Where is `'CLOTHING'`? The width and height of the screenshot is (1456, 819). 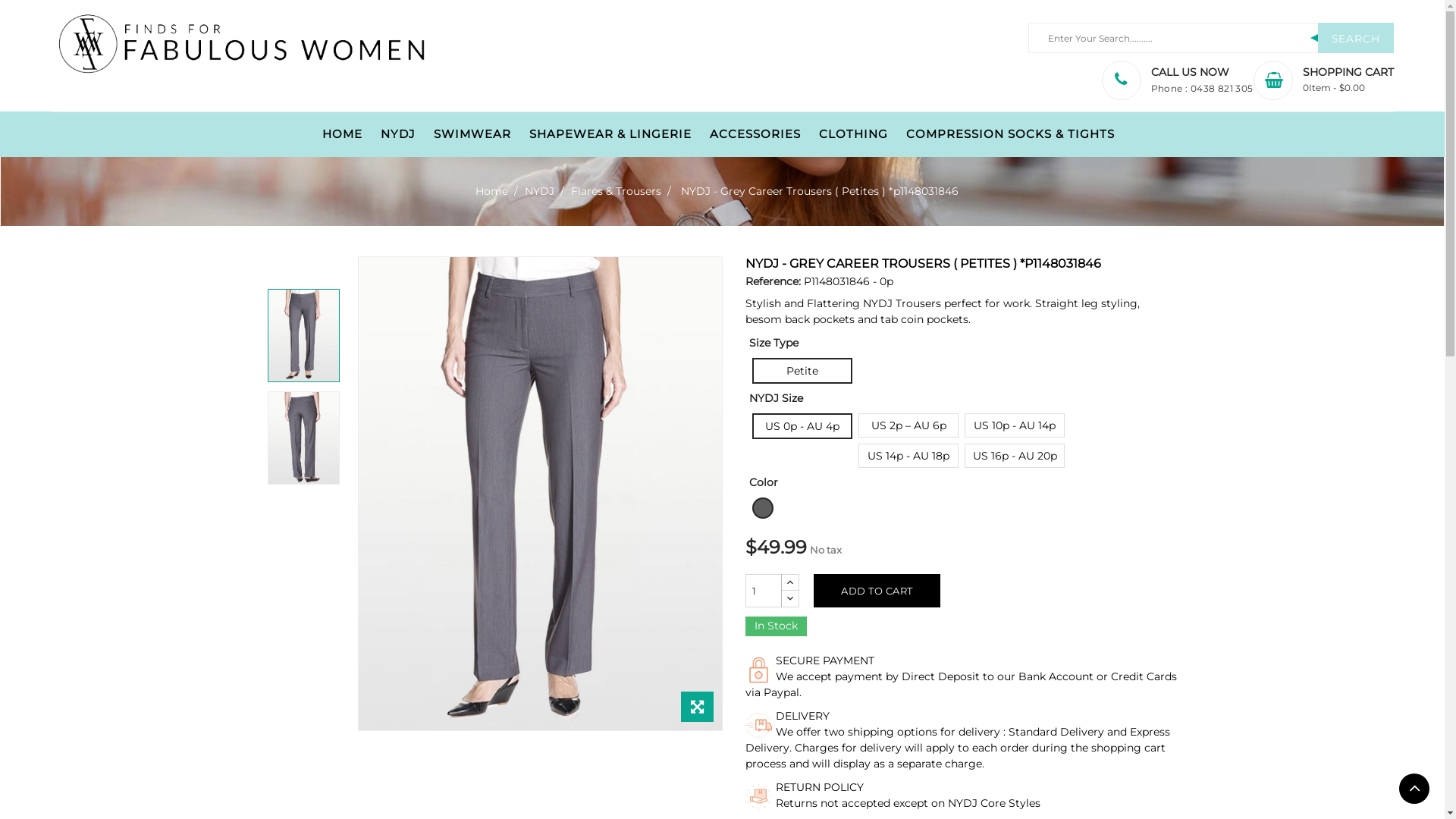
'CLOTHING' is located at coordinates (853, 133).